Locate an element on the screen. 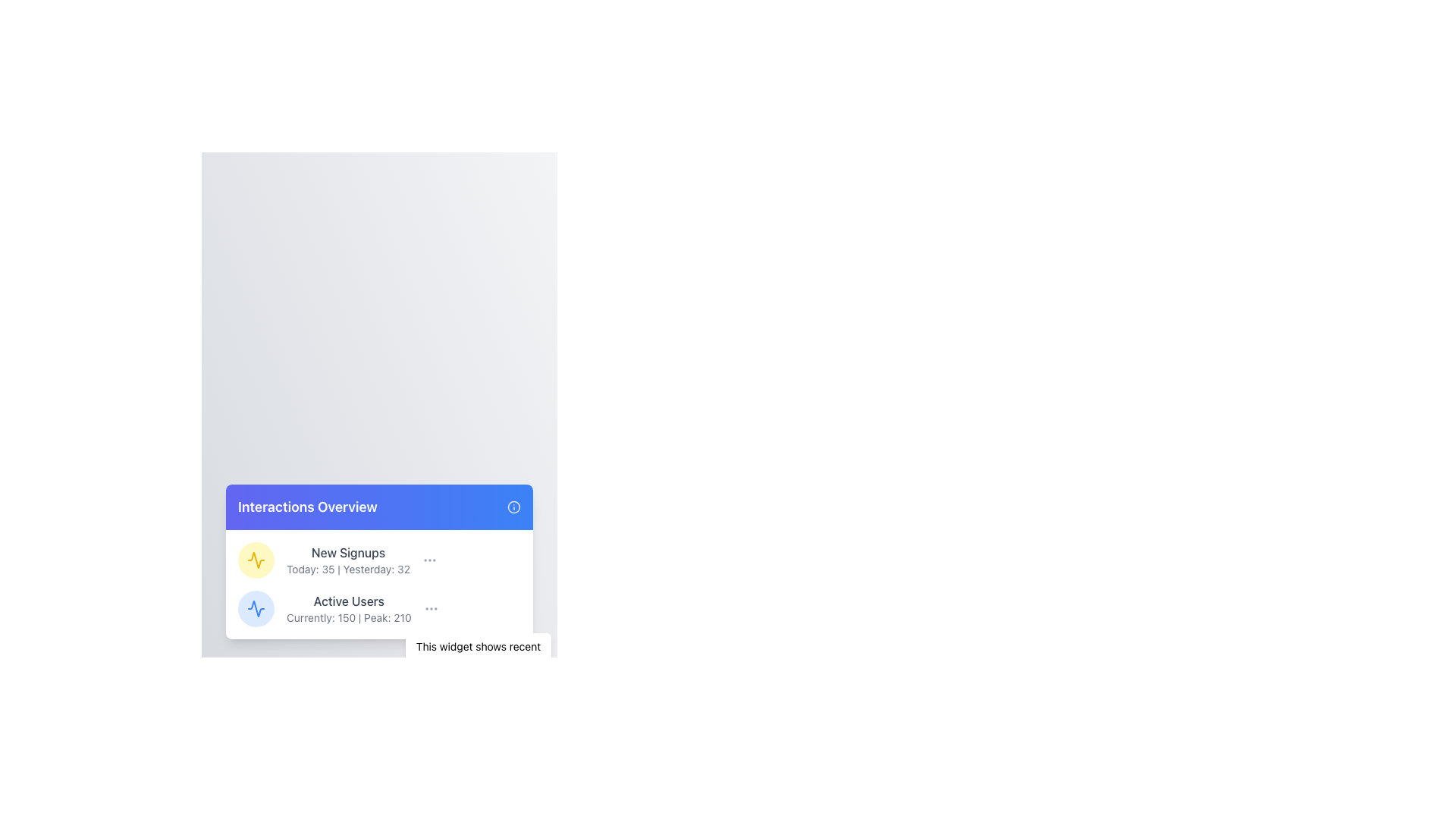 Image resolution: width=1456 pixels, height=819 pixels. the yellow circular icon containing a waveform-like symbol in orange, located at the upper left corner of the 'New Signups' section in the 'Interactions Overview' card is located at coordinates (256, 560).